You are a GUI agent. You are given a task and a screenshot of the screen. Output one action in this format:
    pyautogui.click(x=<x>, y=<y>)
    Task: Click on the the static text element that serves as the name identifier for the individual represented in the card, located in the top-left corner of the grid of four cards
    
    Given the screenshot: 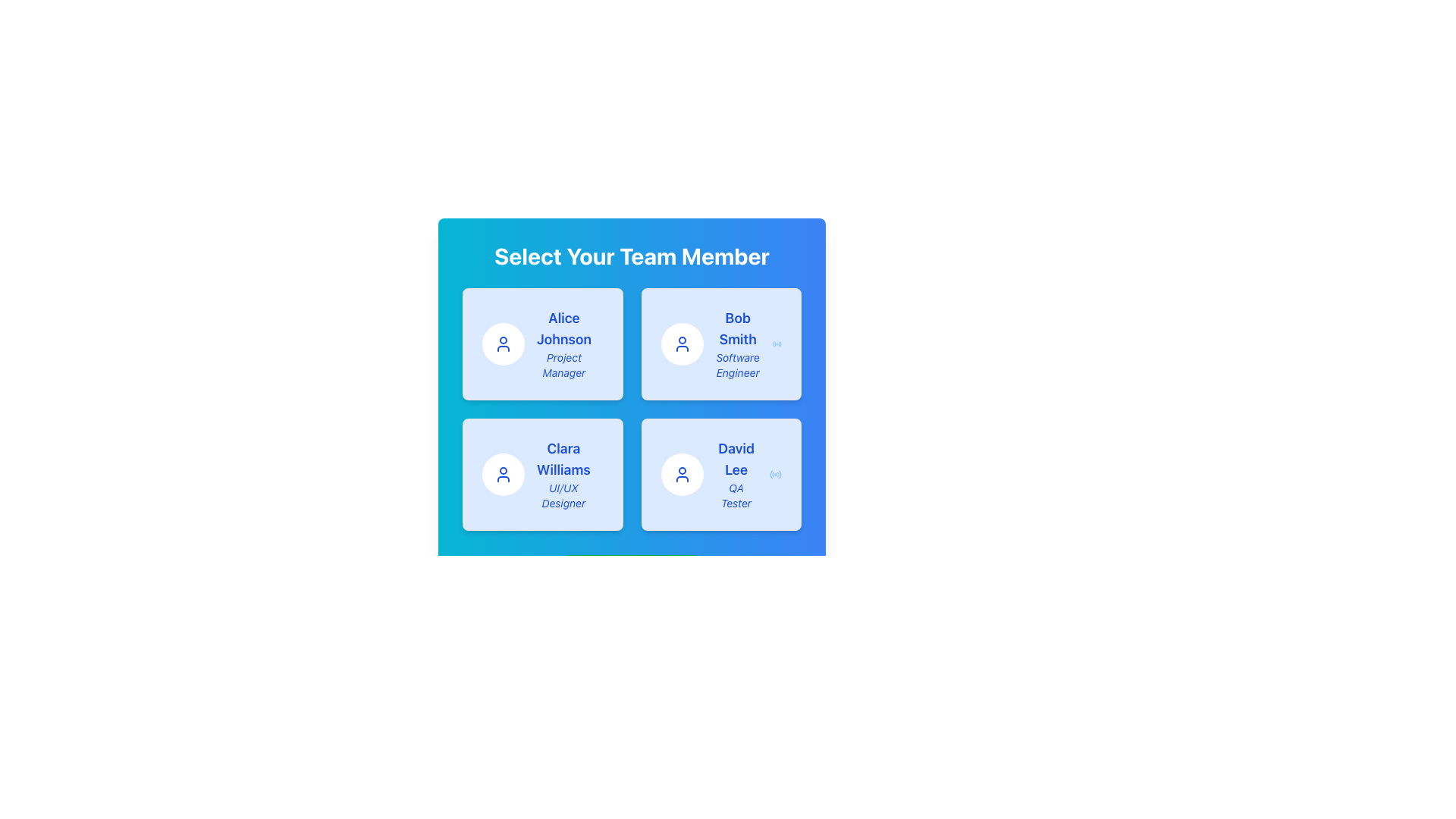 What is the action you would take?
    pyautogui.click(x=563, y=328)
    